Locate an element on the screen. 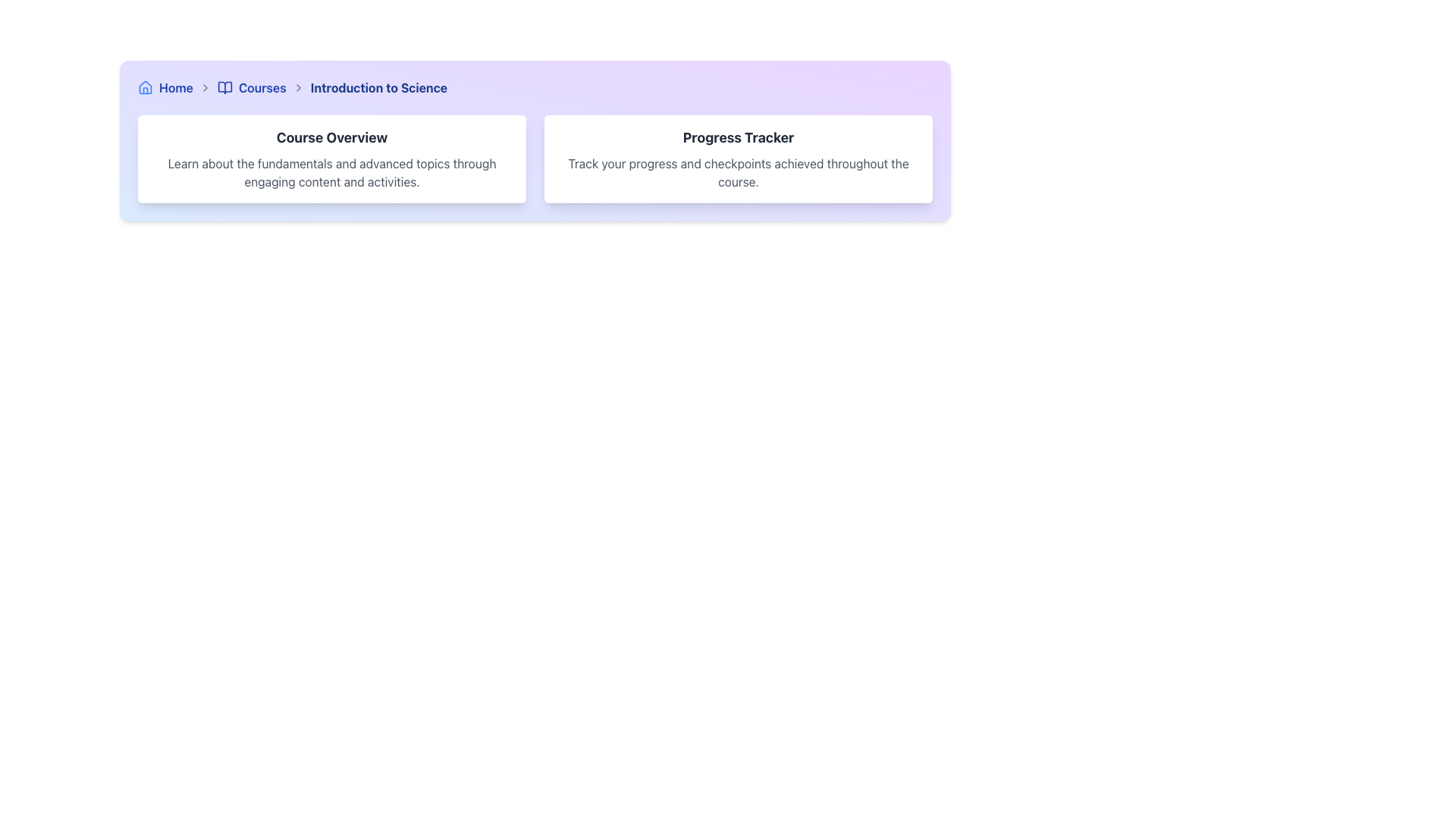 This screenshot has width=1456, height=819. the third chevron-shaped icon in the breadcrumb navigation bar, which separates the 'Courses' link from the 'Introduction to Science' text is located at coordinates (298, 87).